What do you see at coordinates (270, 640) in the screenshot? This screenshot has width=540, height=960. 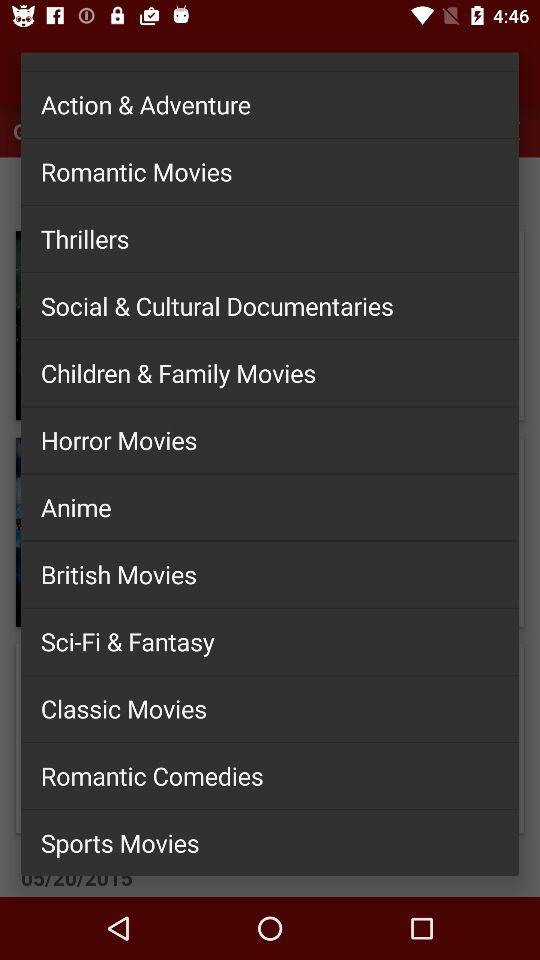 I see `the    sci-fi & fantasy icon` at bounding box center [270, 640].